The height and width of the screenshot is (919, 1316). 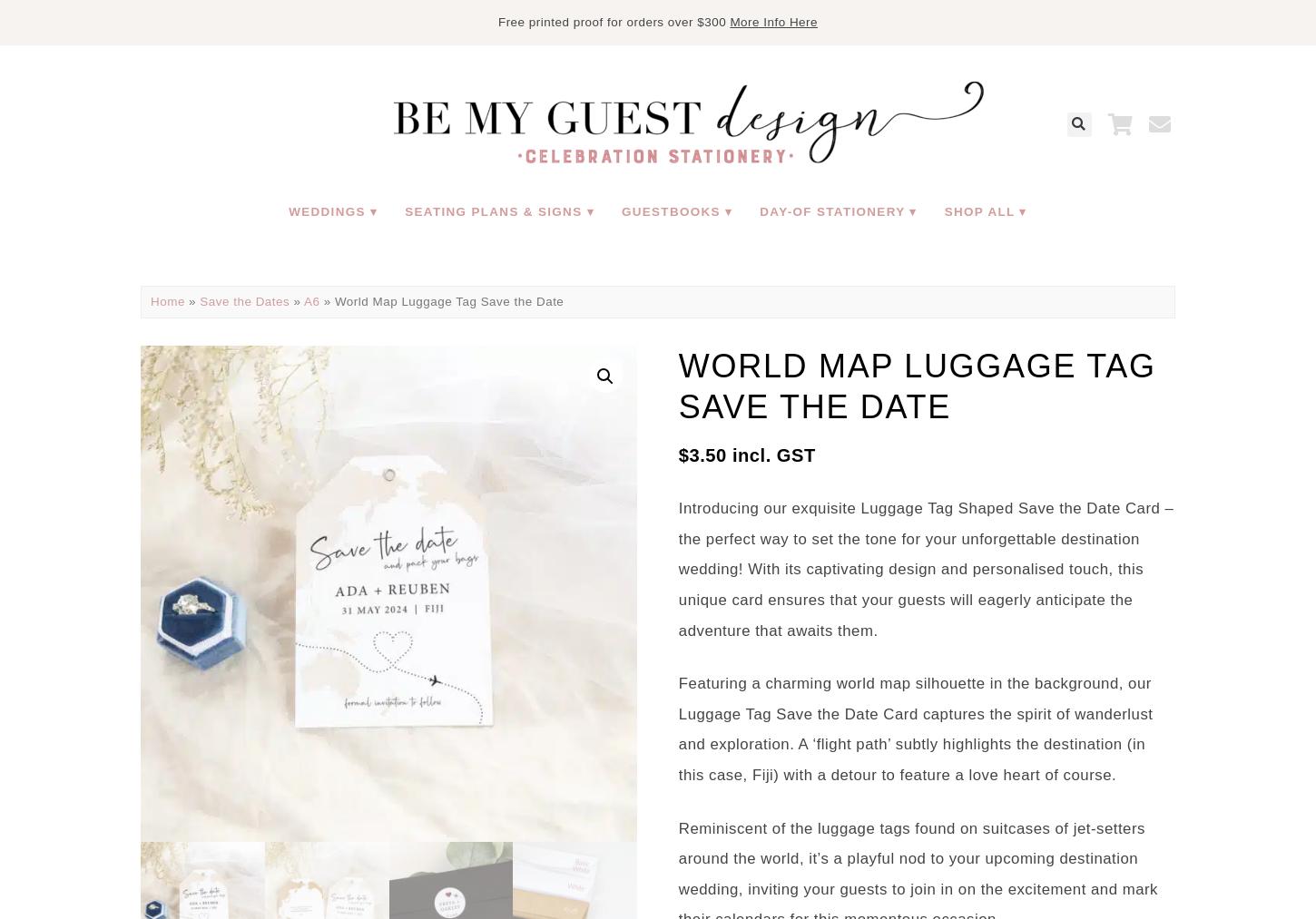 I want to click on 'Seating Plans & Signs', so click(x=404, y=210).